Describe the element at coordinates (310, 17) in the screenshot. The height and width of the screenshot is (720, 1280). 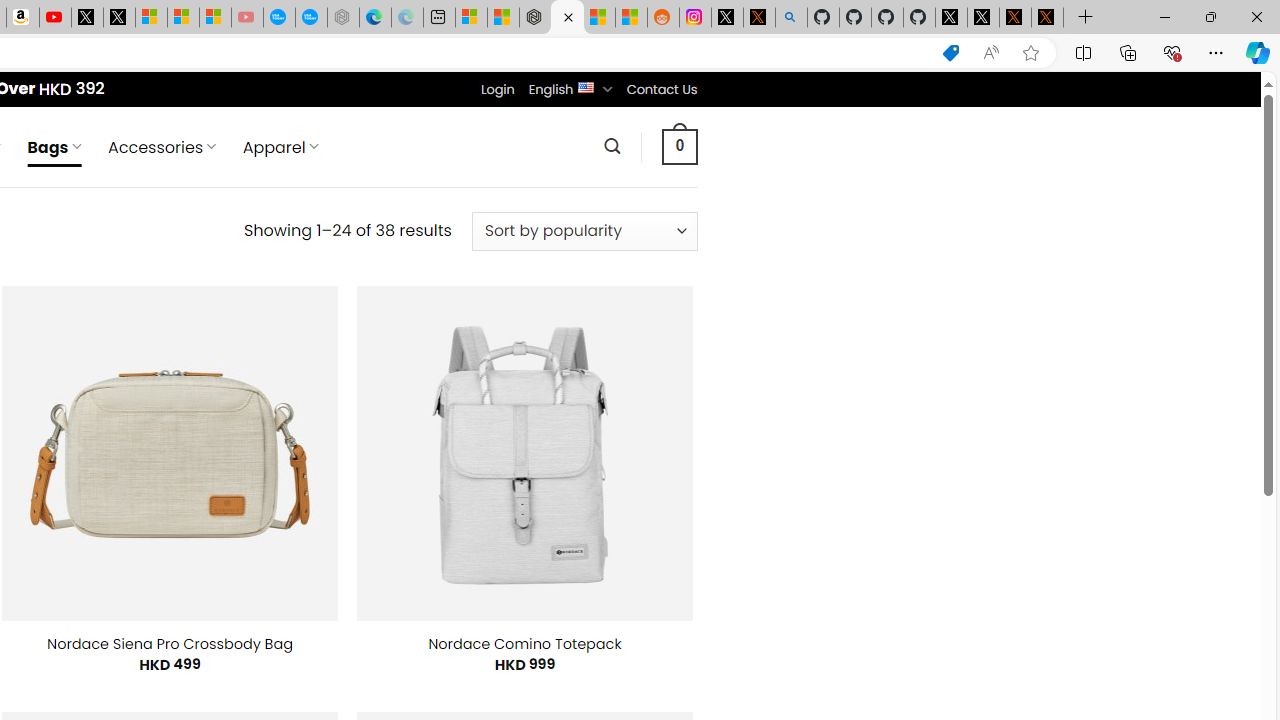
I see `'The most popular Google '` at that location.